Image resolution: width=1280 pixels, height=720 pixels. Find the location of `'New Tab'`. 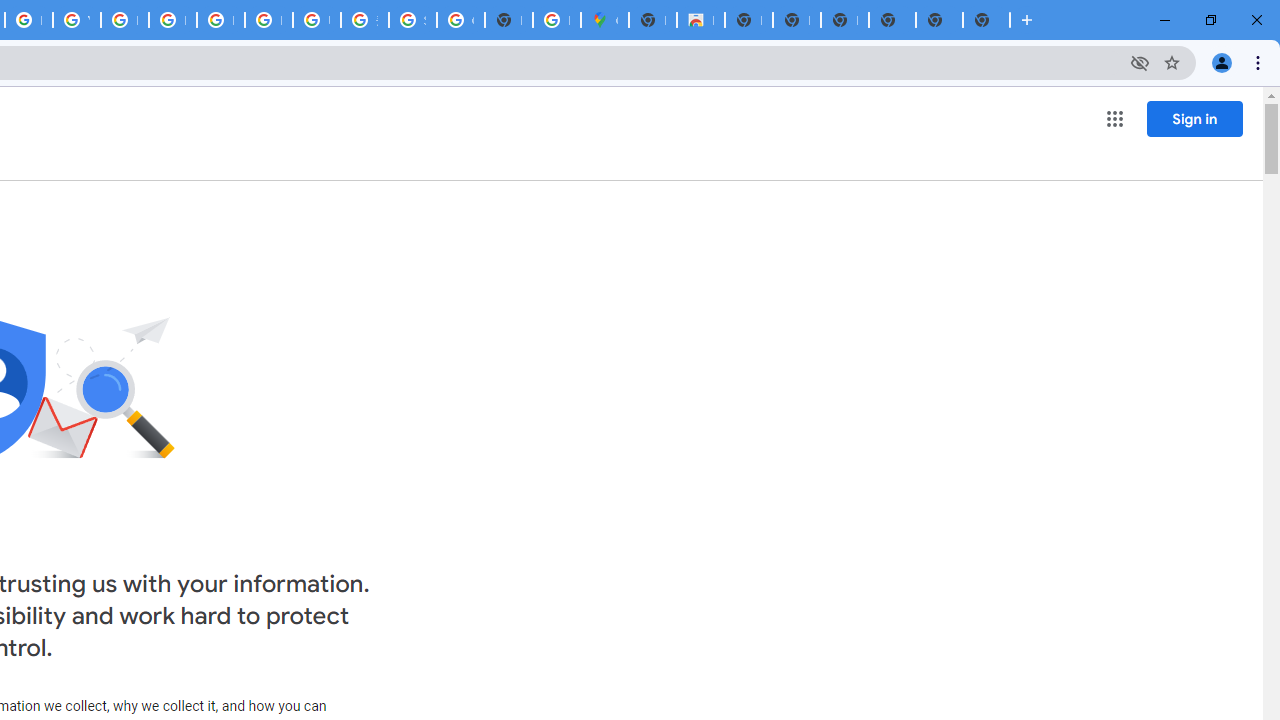

'New Tab' is located at coordinates (891, 20).